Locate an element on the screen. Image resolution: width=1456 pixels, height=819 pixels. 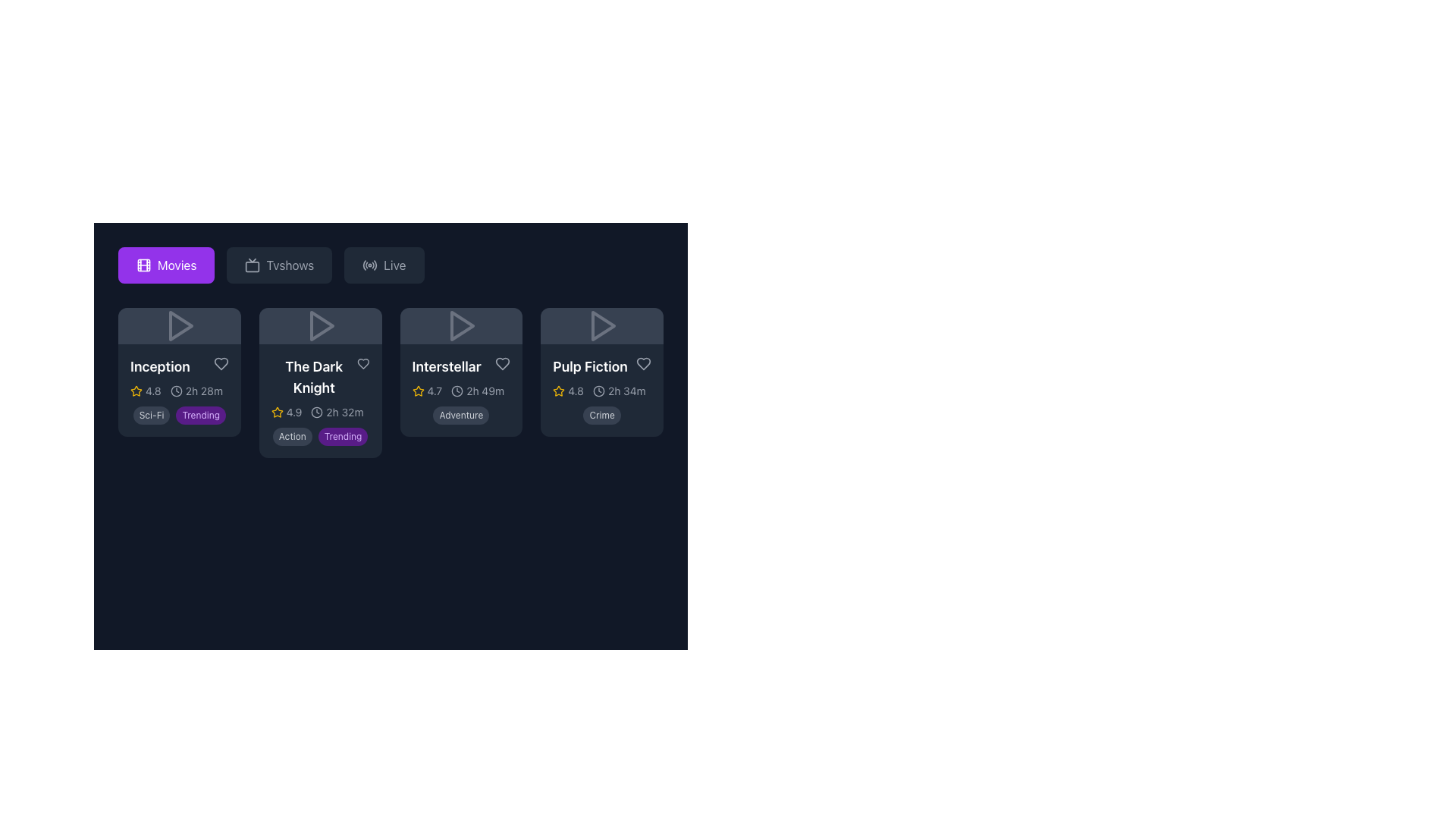
the text label that serves as the title for the movie 'Interstellar', which is positioned centrally within its card just below the movie thumbnail is located at coordinates (446, 366).